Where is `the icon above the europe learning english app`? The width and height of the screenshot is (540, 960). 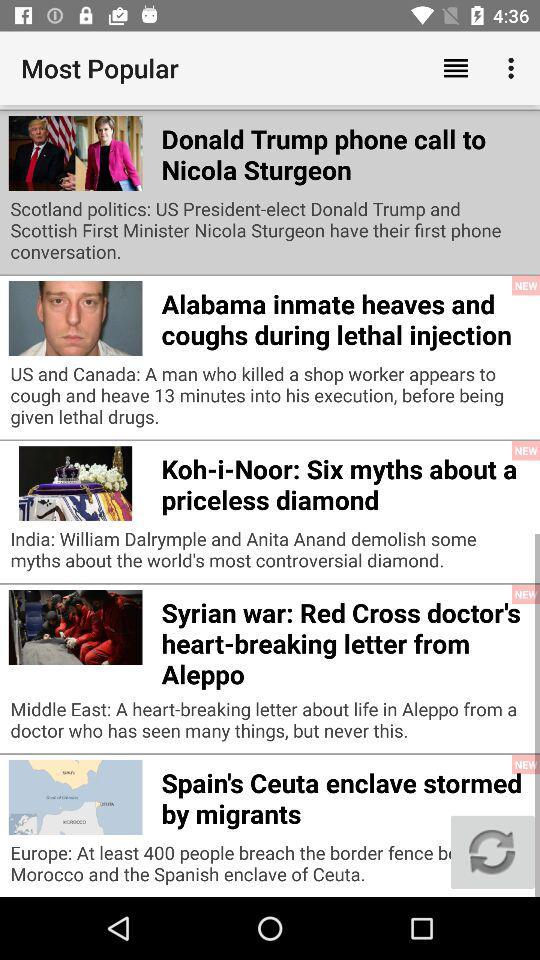
the icon above the europe learning english app is located at coordinates (455, 68).